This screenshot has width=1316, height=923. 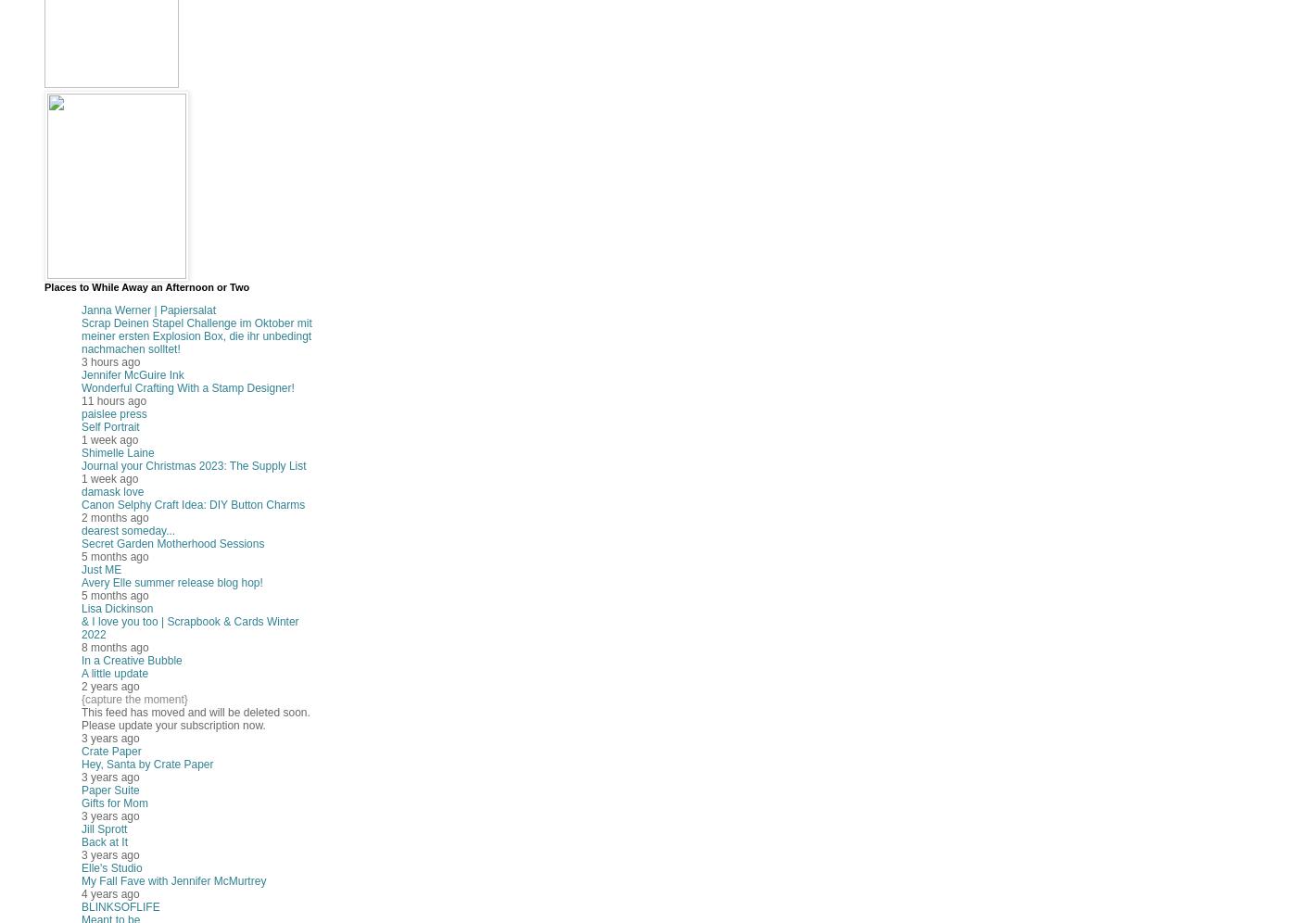 I want to click on 'Shimelle Laine', so click(x=116, y=452).